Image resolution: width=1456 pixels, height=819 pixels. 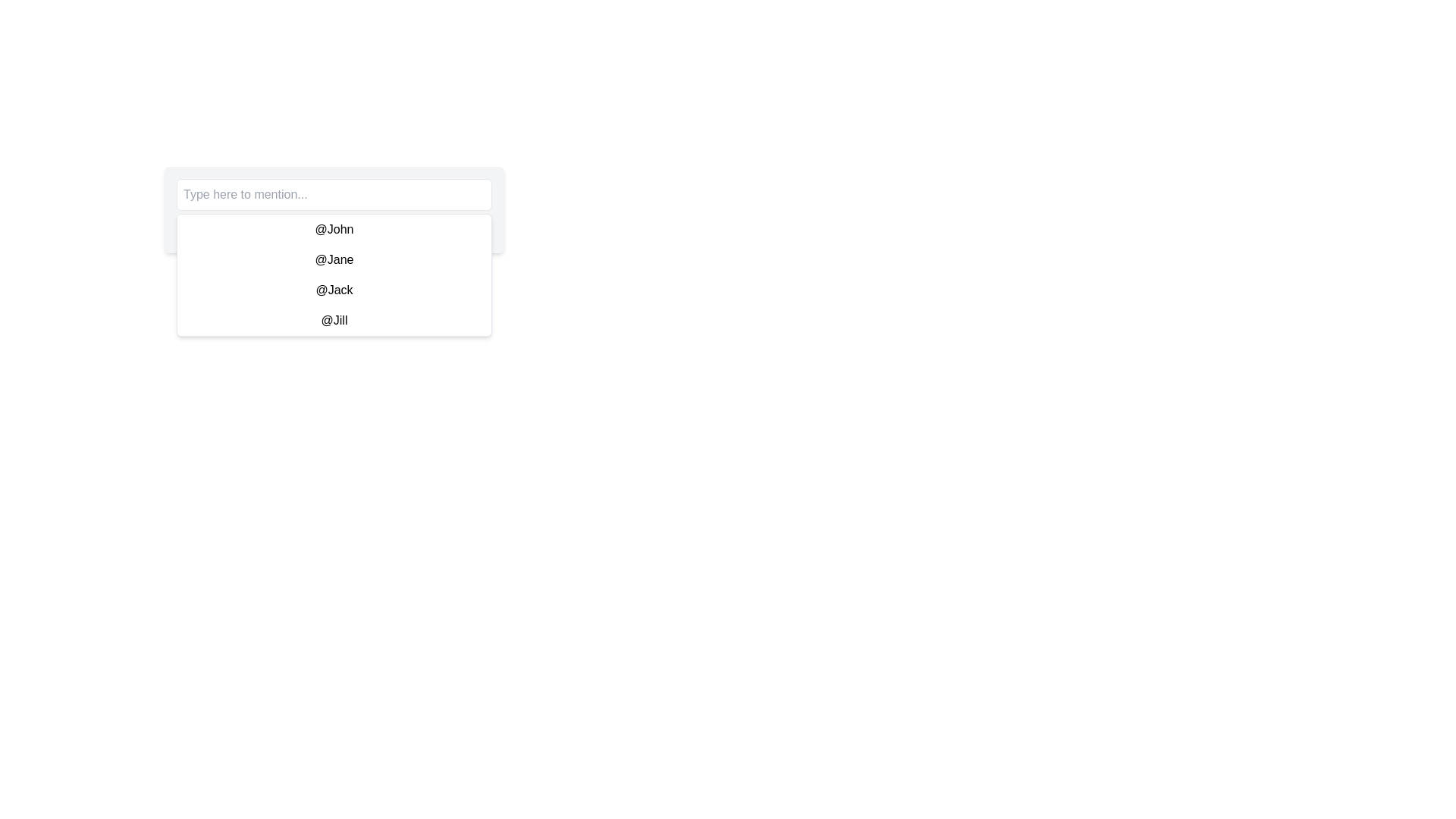 I want to click on the first suggestion '@John' in the dropdown menu, so click(x=334, y=230).